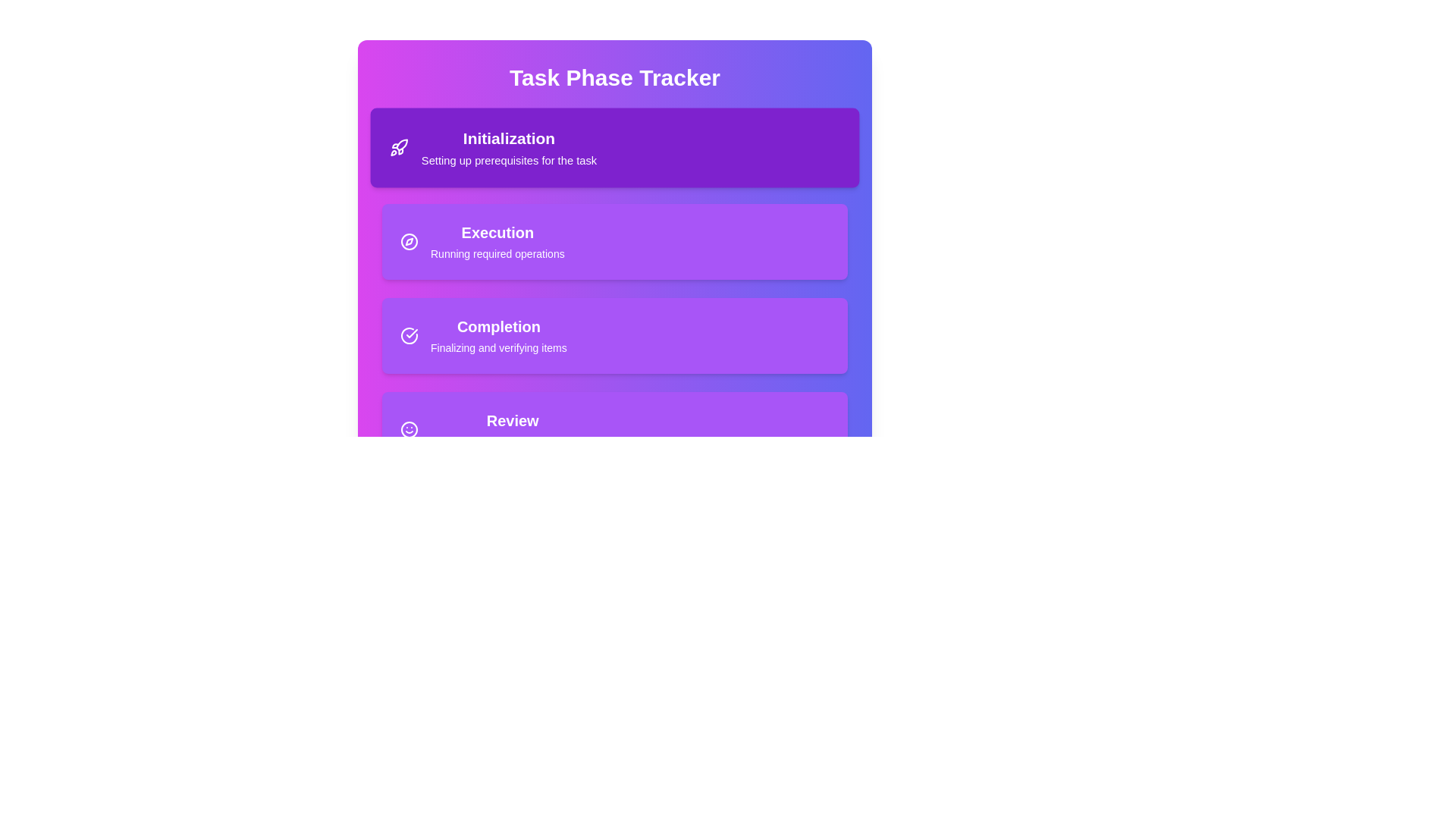  What do you see at coordinates (509, 138) in the screenshot?
I see `the text label displaying 'Initialization'` at bounding box center [509, 138].